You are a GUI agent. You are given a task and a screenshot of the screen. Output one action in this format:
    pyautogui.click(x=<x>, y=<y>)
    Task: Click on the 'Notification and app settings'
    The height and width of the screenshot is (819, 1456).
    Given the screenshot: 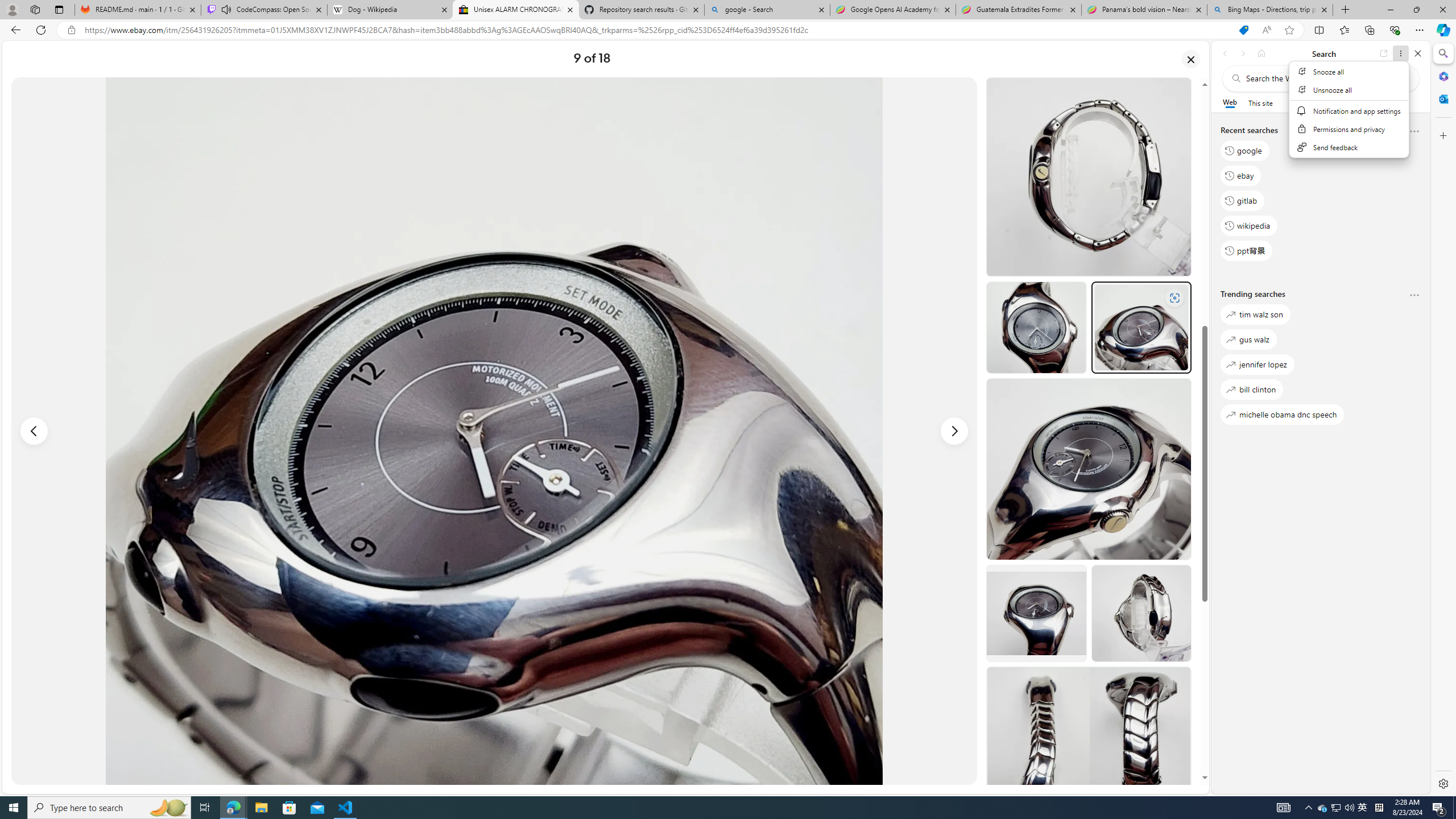 What is the action you would take?
    pyautogui.click(x=1349, y=111)
    